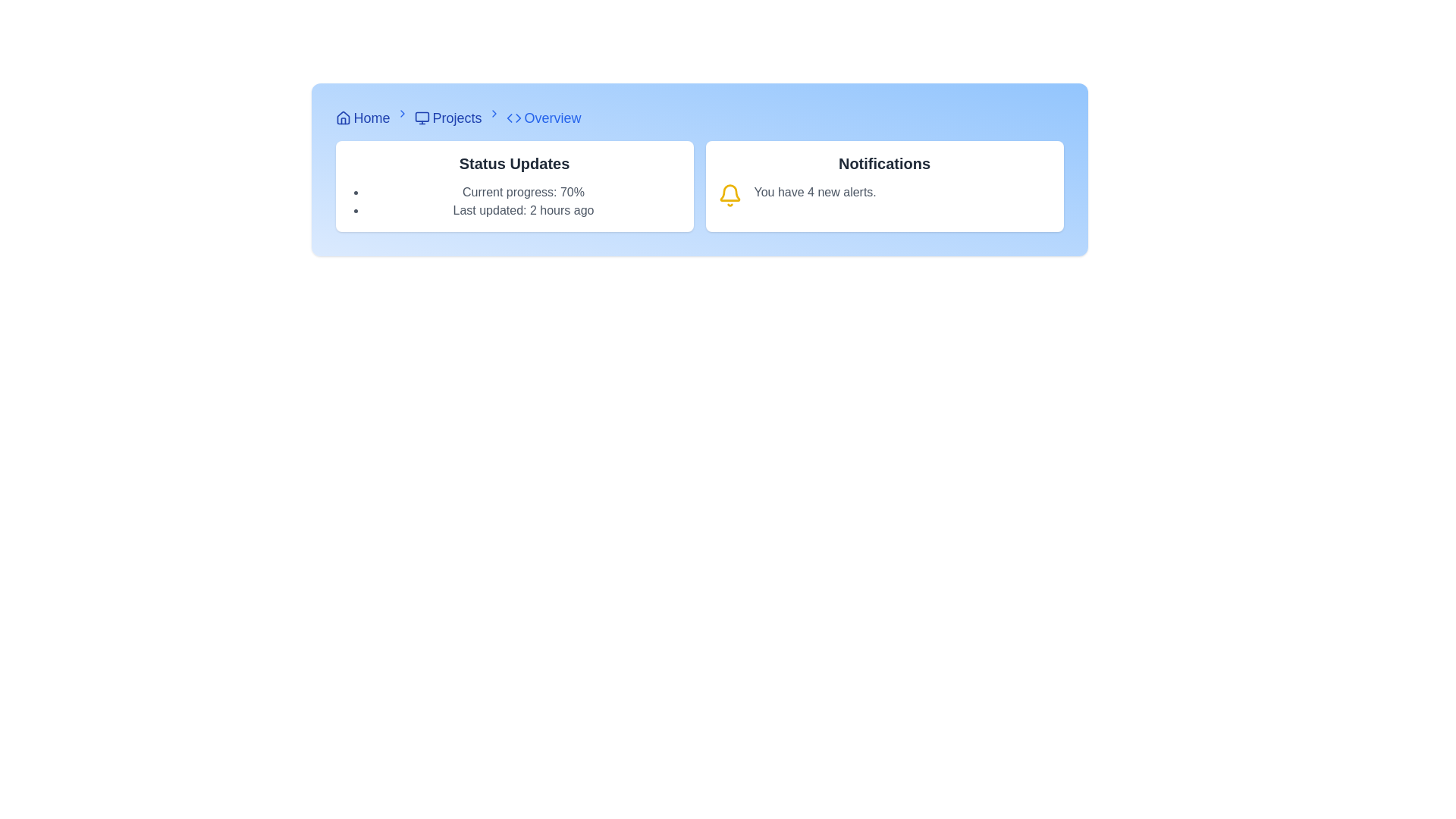  What do you see at coordinates (730, 195) in the screenshot?
I see `the style and purpose of the notifications icon positioned to the left of the text 'You have 4 new alerts' in the 'Notifications' card` at bounding box center [730, 195].